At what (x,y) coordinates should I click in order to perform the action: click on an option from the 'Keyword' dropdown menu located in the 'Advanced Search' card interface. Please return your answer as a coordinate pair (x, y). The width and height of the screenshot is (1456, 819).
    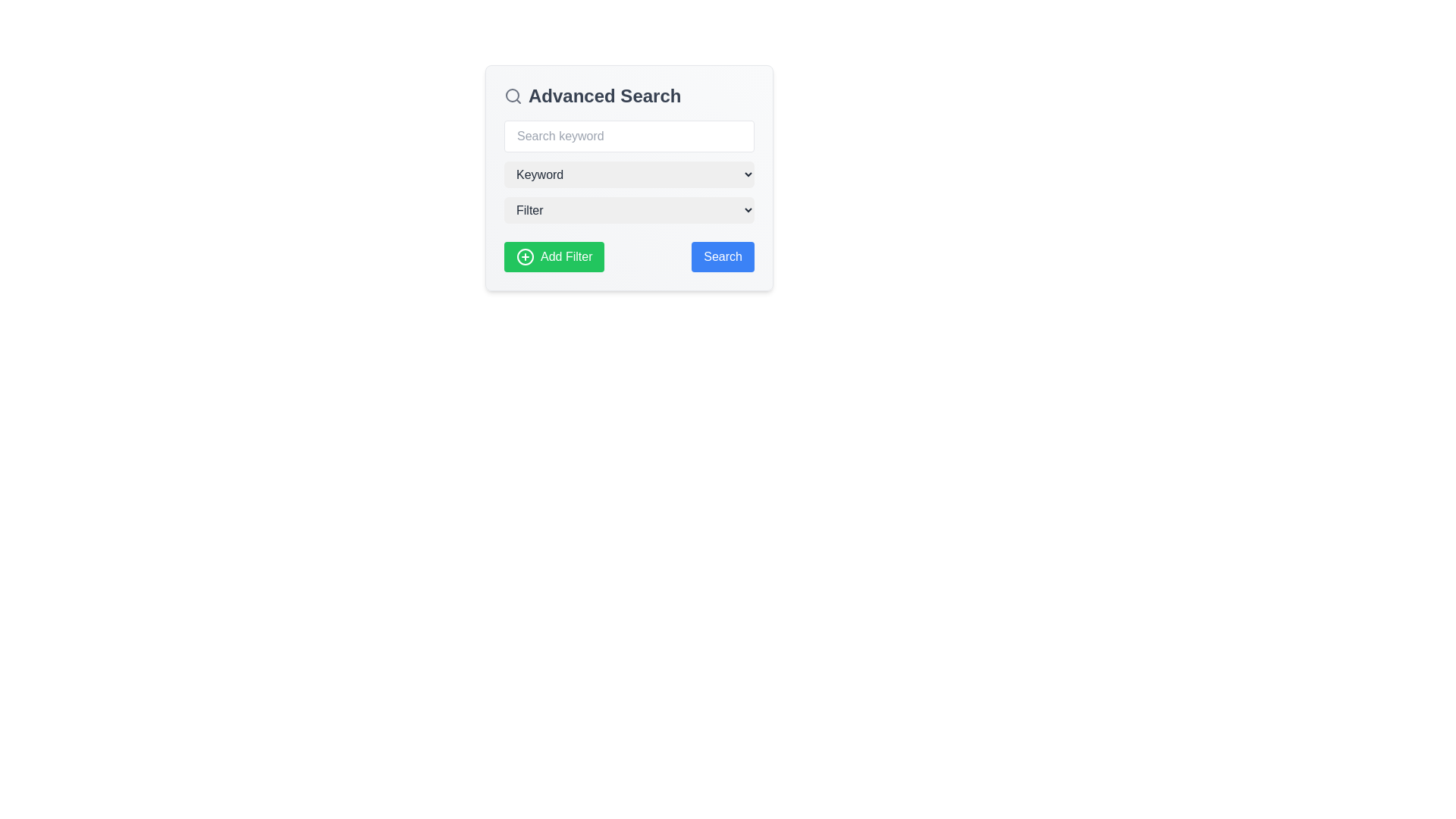
    Looking at the image, I should click on (629, 177).